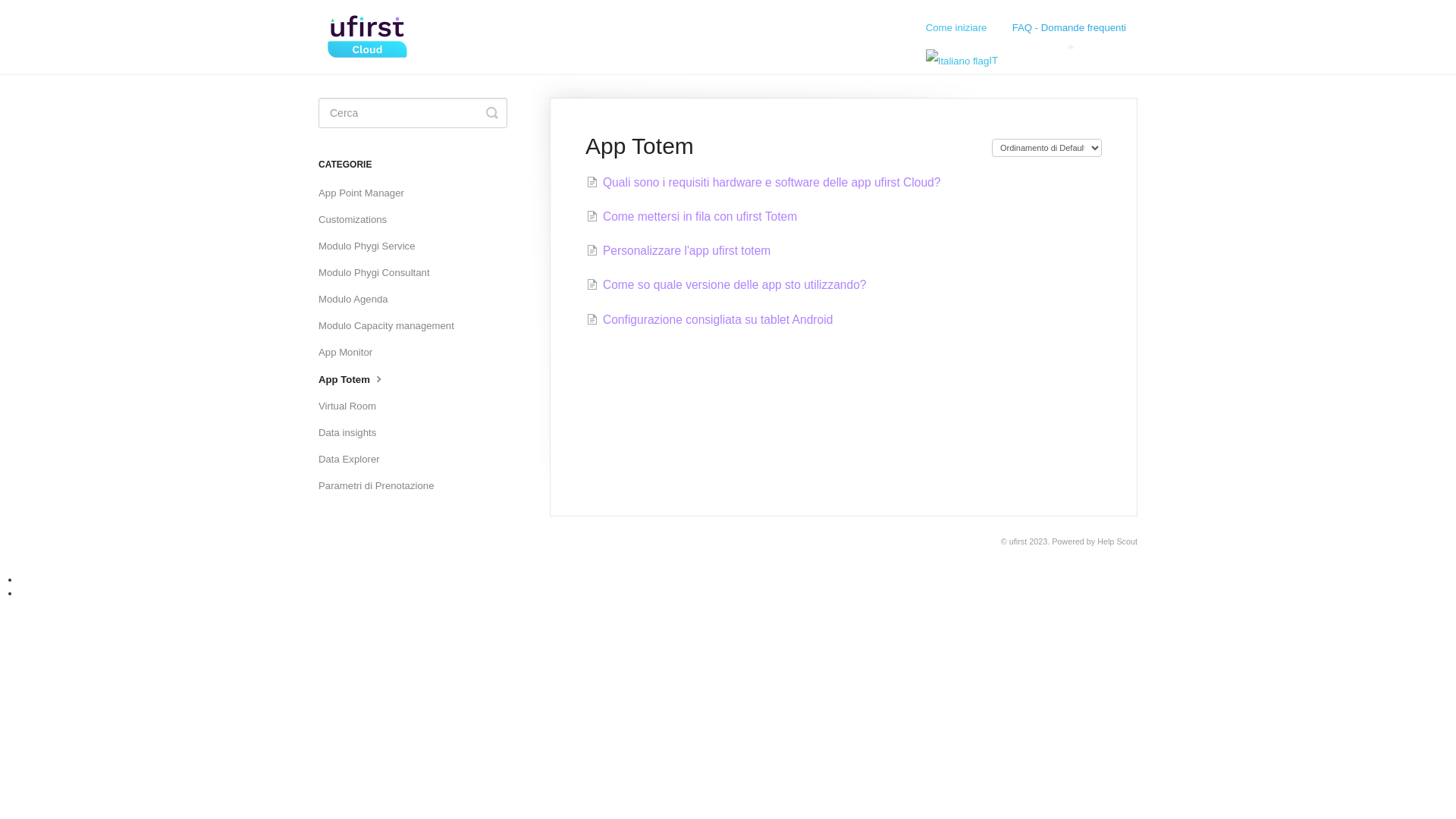  Describe the element at coordinates (486, 112) in the screenshot. I see `'Toggle Search'` at that location.